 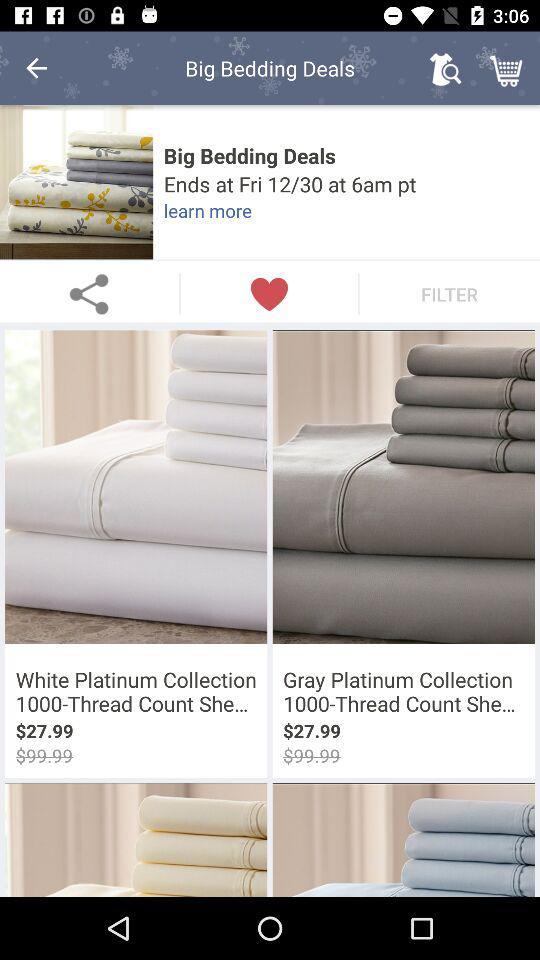 What do you see at coordinates (88, 293) in the screenshot?
I see `share` at bounding box center [88, 293].